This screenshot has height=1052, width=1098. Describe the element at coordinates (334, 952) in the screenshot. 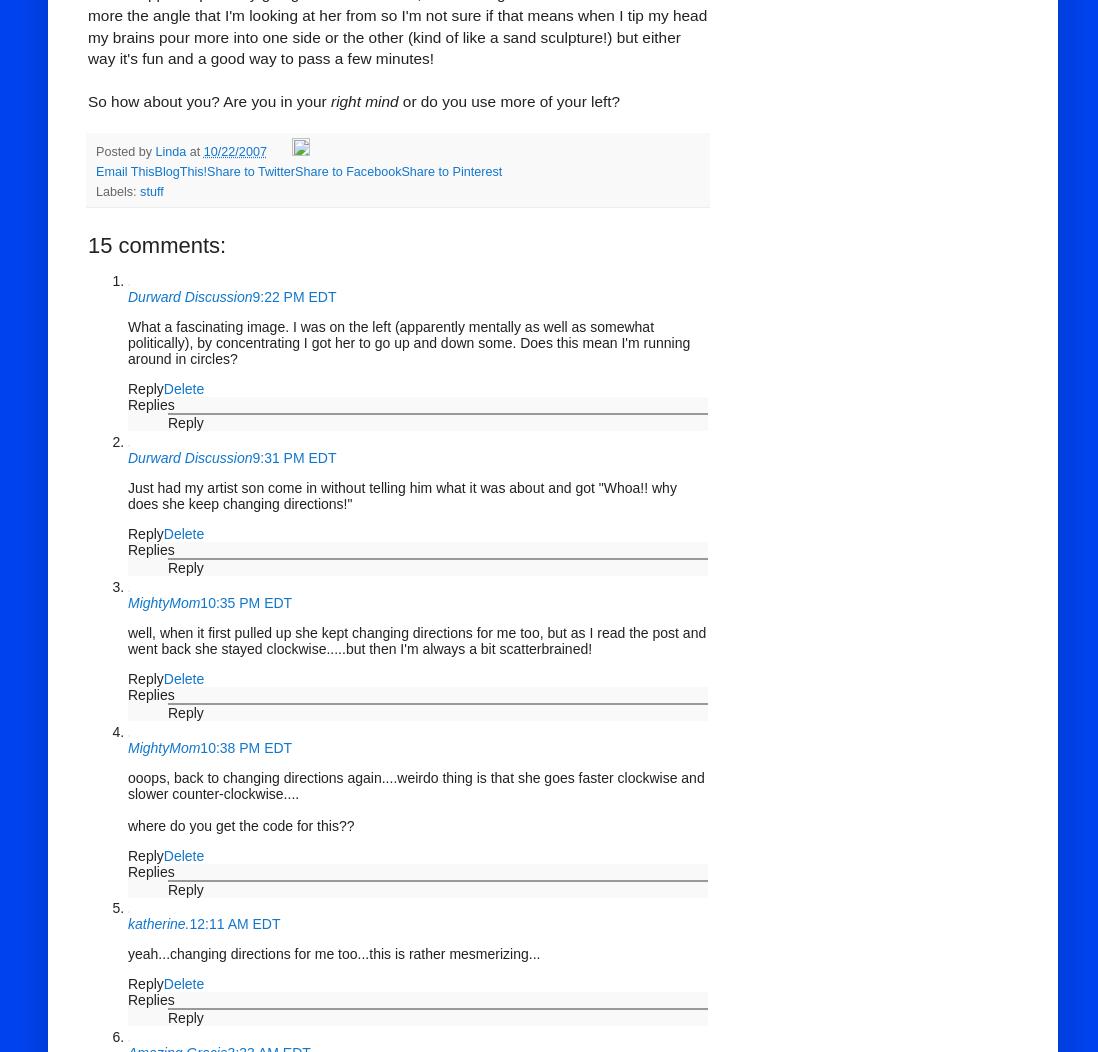

I see `'yeah...changing directions for me too...this is rather mesmerizing...'` at that location.